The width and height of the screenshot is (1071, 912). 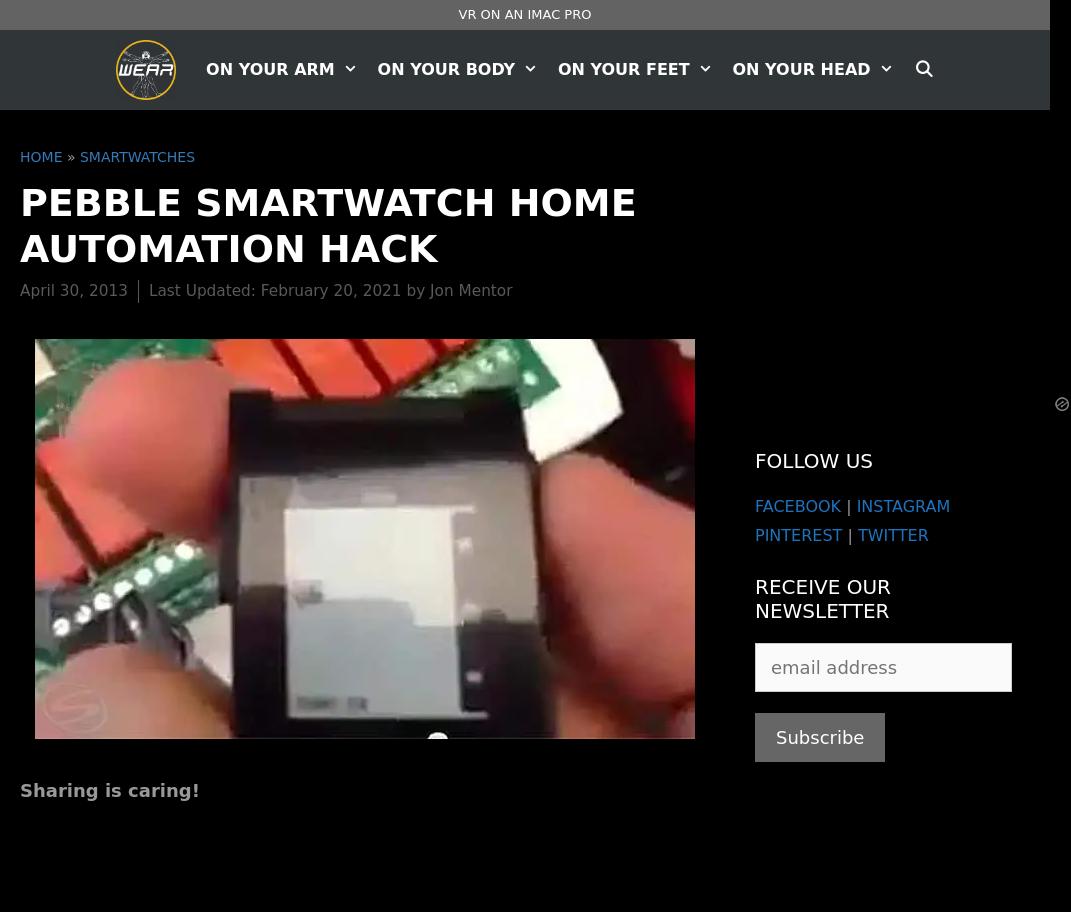 What do you see at coordinates (902, 505) in the screenshot?
I see `'INSTAGRAM'` at bounding box center [902, 505].